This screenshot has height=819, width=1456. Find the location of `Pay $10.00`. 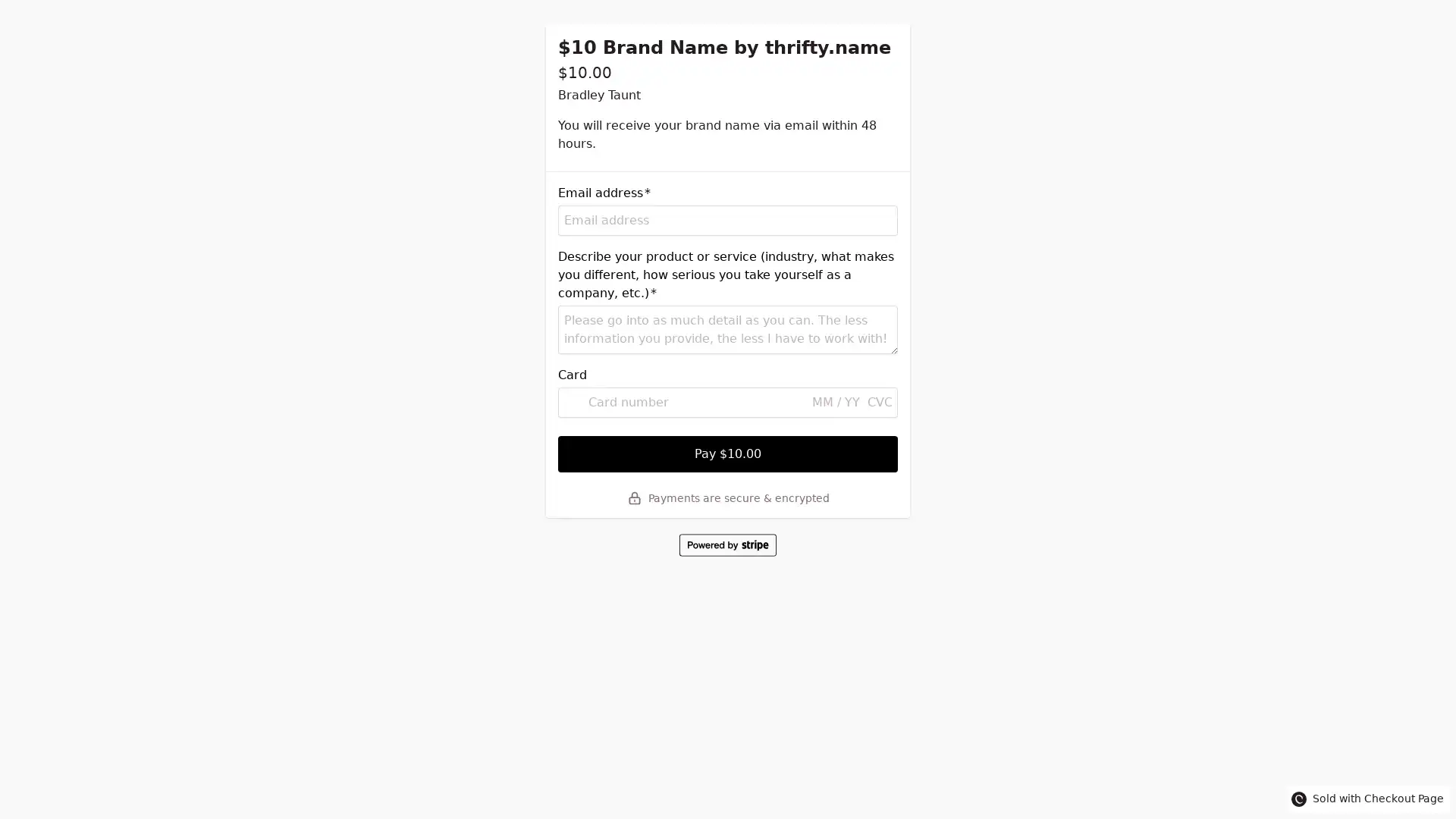

Pay $10.00 is located at coordinates (728, 453).